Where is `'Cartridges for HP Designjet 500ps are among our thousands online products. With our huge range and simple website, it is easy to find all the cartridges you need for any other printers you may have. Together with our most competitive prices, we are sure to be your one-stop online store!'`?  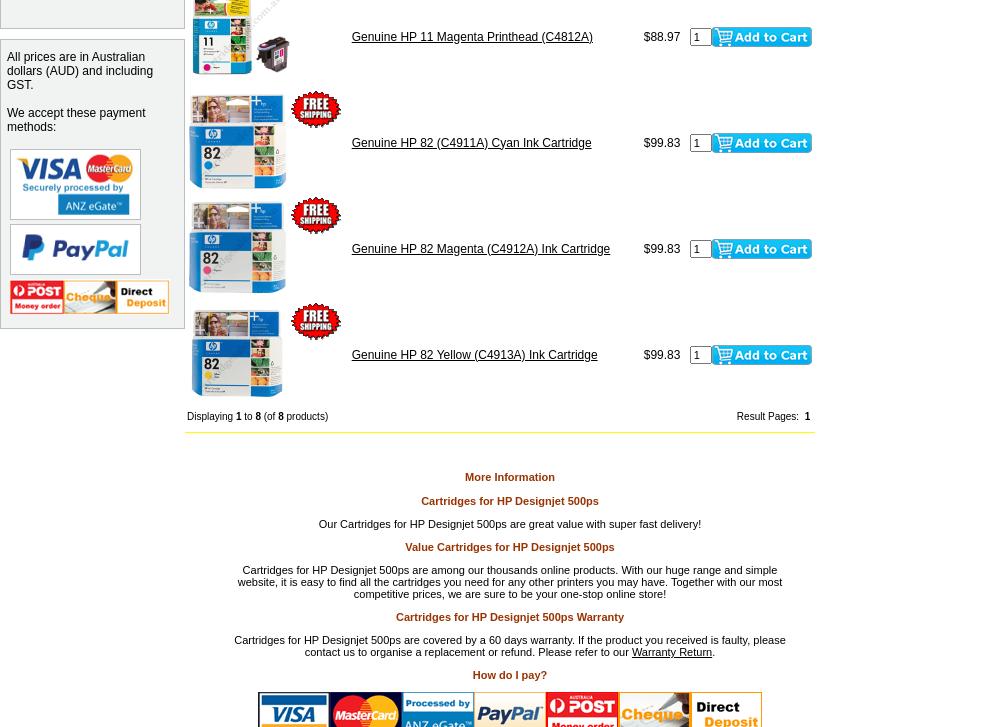 'Cartridges for HP Designjet 500ps are among our thousands online products. With our huge range and simple website, it is easy to find all the cartridges you need for any other printers you may have. Together with our most competitive prices, we are sure to be your one-stop online store!' is located at coordinates (509, 581).